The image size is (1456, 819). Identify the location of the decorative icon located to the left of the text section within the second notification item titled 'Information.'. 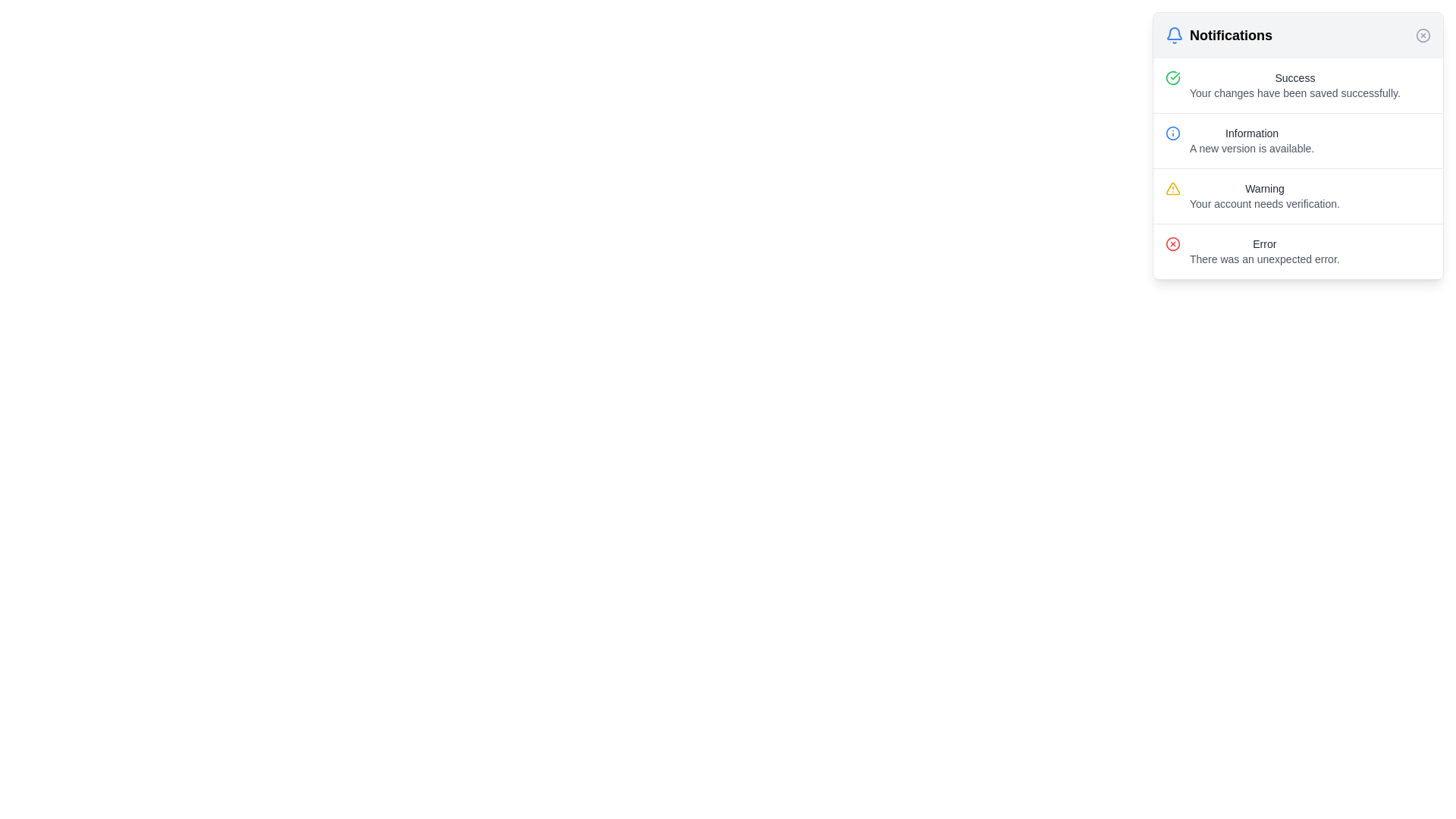
(1172, 133).